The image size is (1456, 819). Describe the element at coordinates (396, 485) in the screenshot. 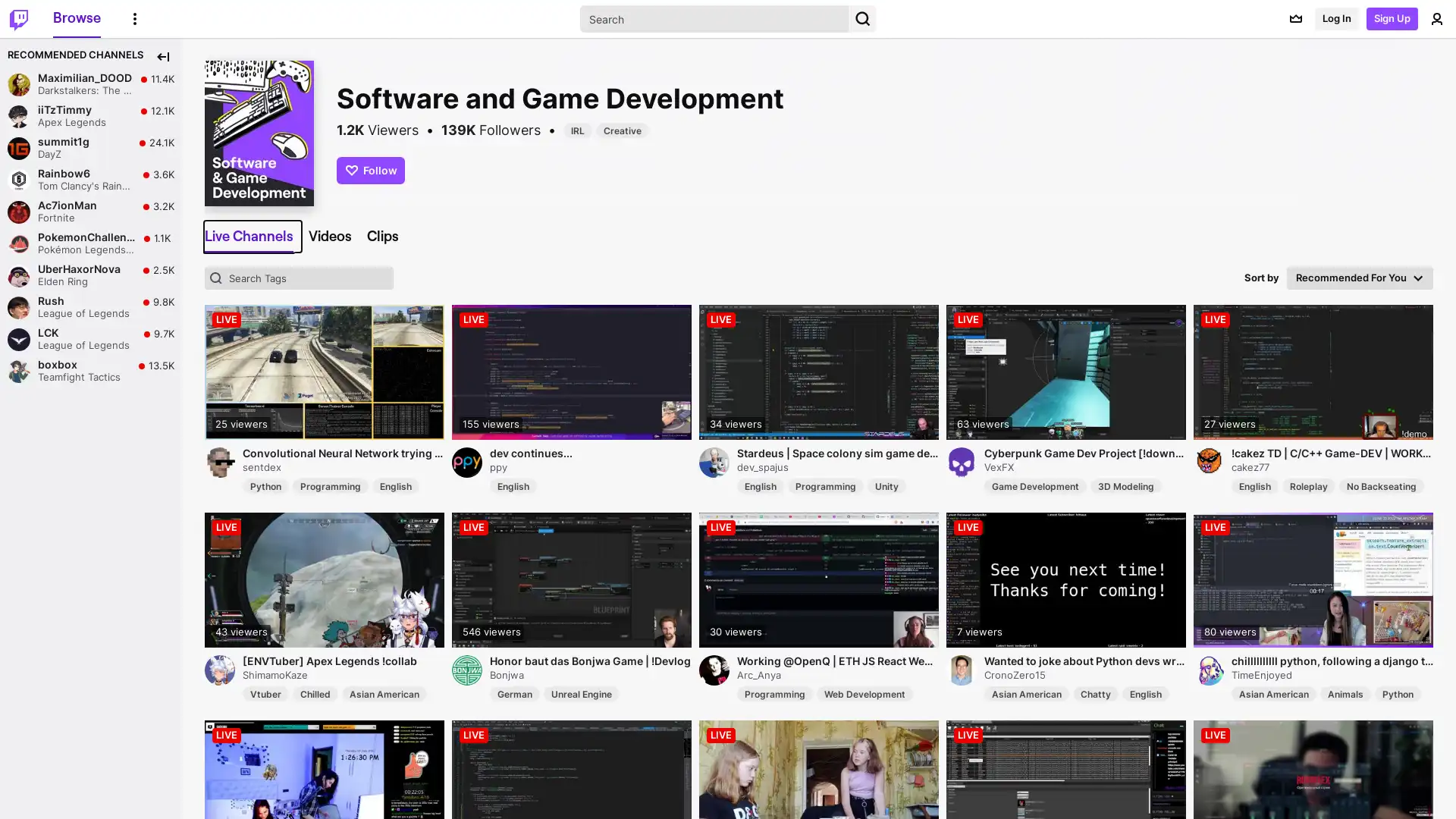

I see `English` at that location.